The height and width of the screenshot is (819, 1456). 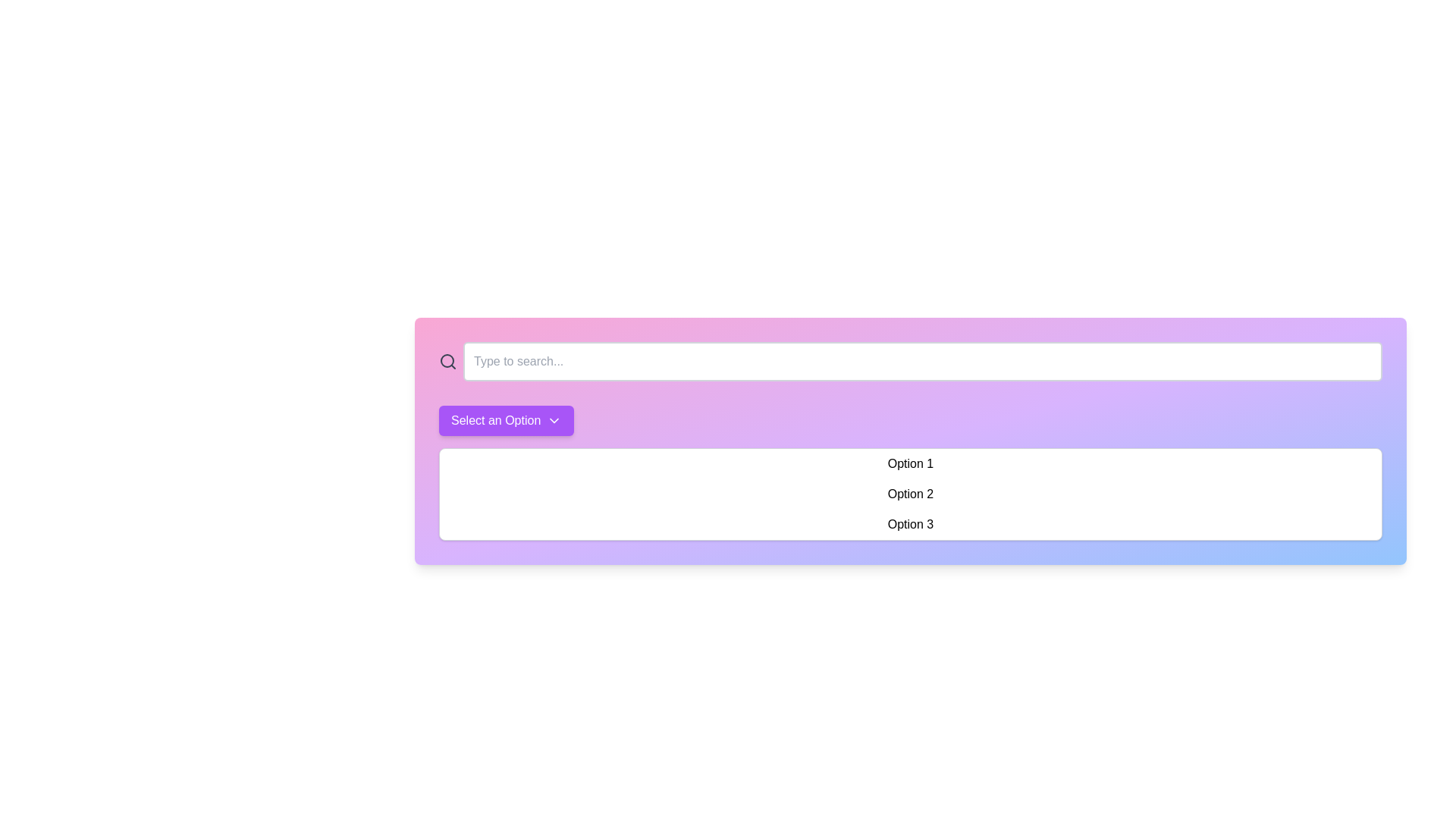 I want to click on the List Item labeled 'Option 2', so click(x=910, y=494).